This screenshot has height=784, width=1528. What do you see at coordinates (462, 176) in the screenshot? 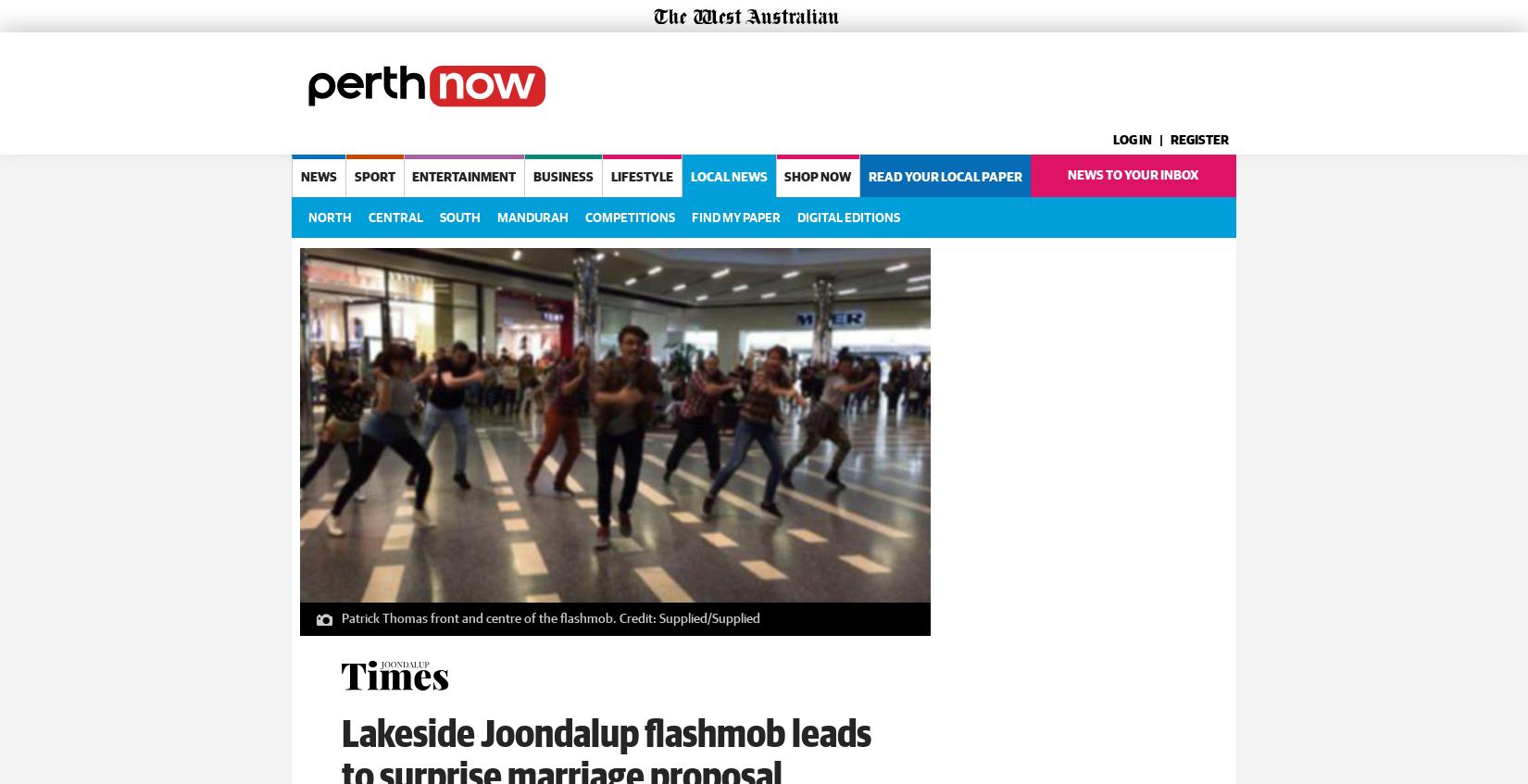
I see `'Entertainment'` at bounding box center [462, 176].